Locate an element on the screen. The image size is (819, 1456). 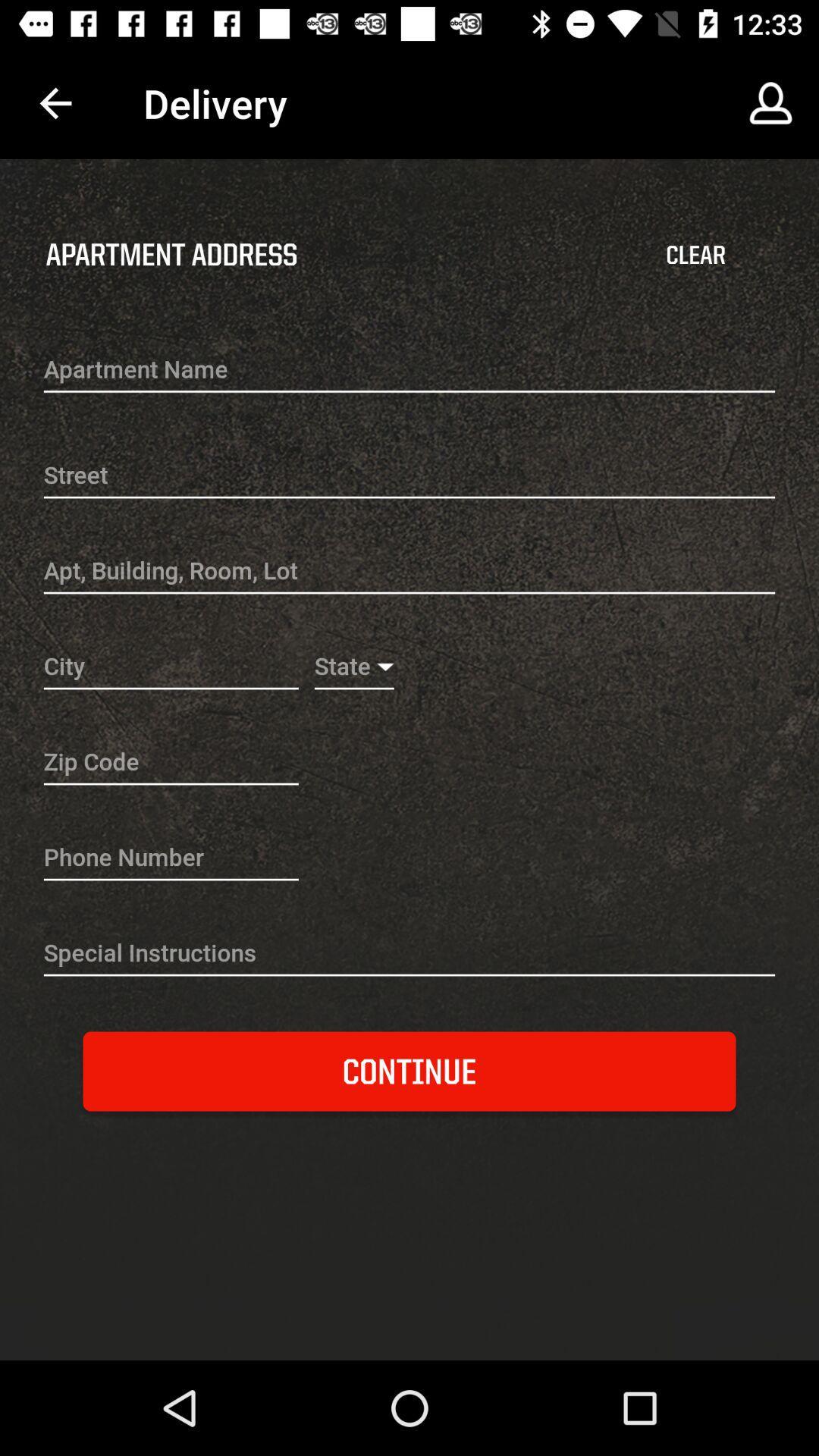
item to the right of apartment address item is located at coordinates (695, 255).